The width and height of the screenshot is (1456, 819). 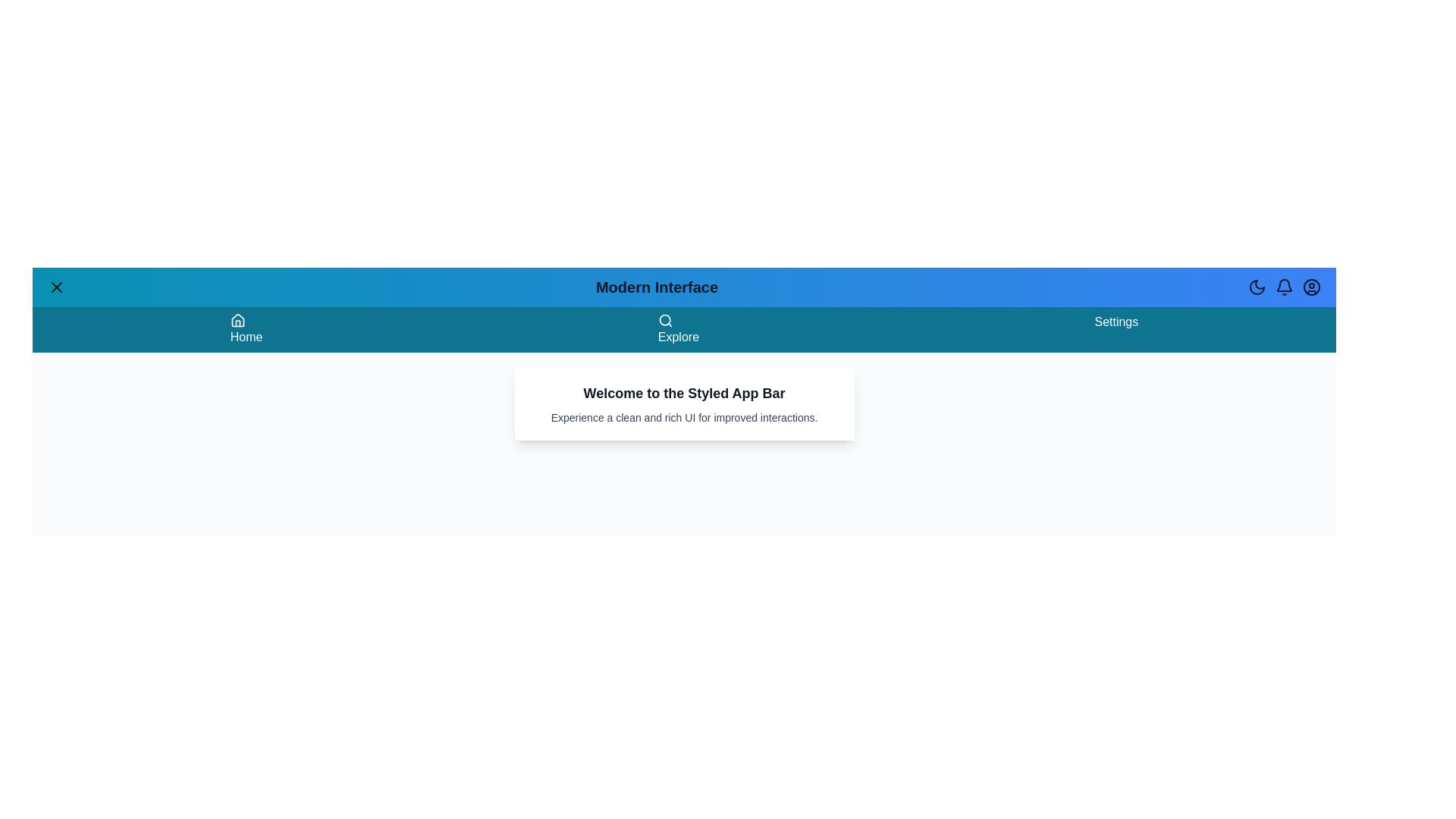 I want to click on the bell icon to access notifications, so click(x=1284, y=287).